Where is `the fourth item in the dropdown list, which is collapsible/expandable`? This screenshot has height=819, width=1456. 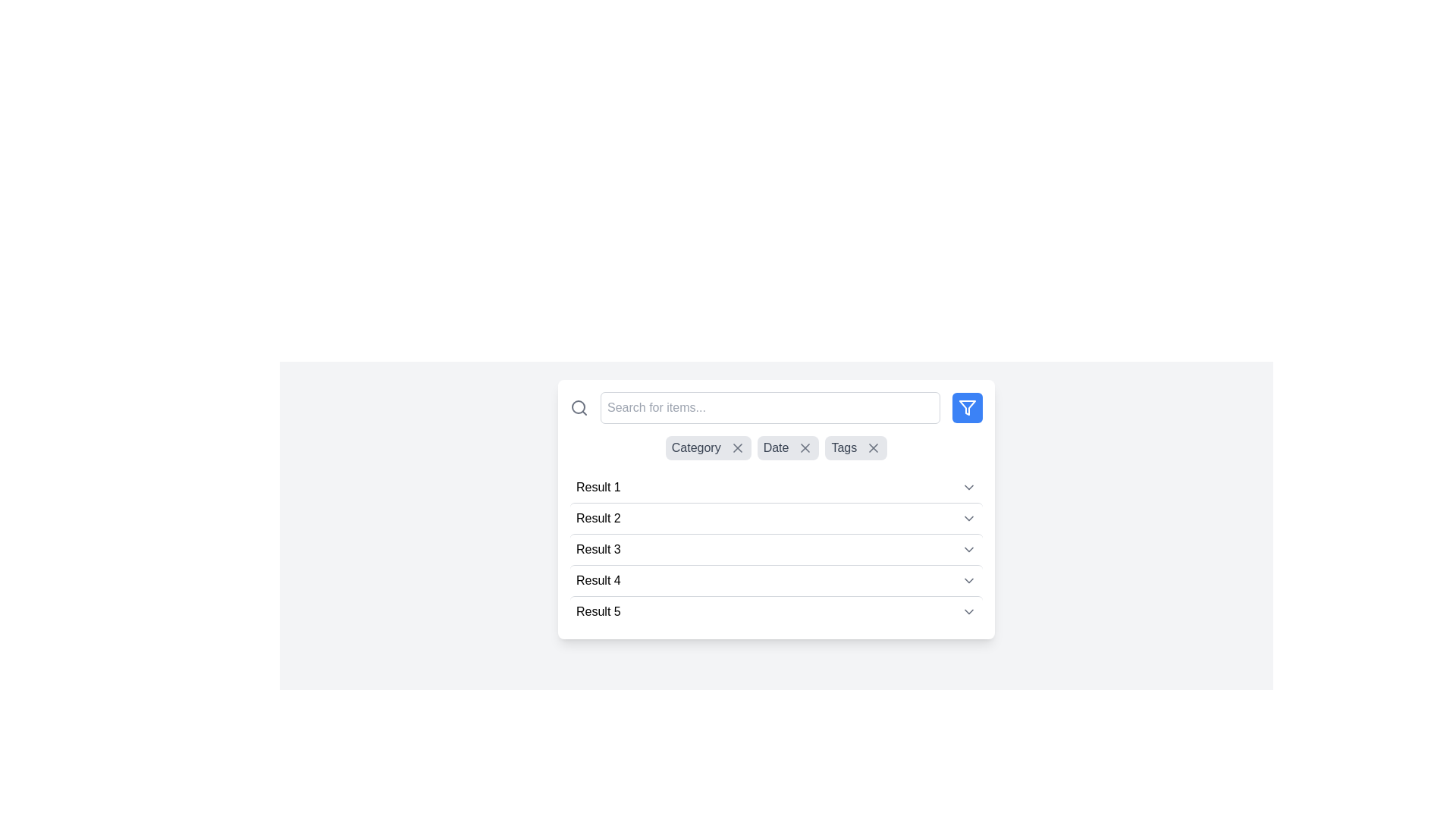
the fourth item in the dropdown list, which is collapsible/expandable is located at coordinates (776, 579).